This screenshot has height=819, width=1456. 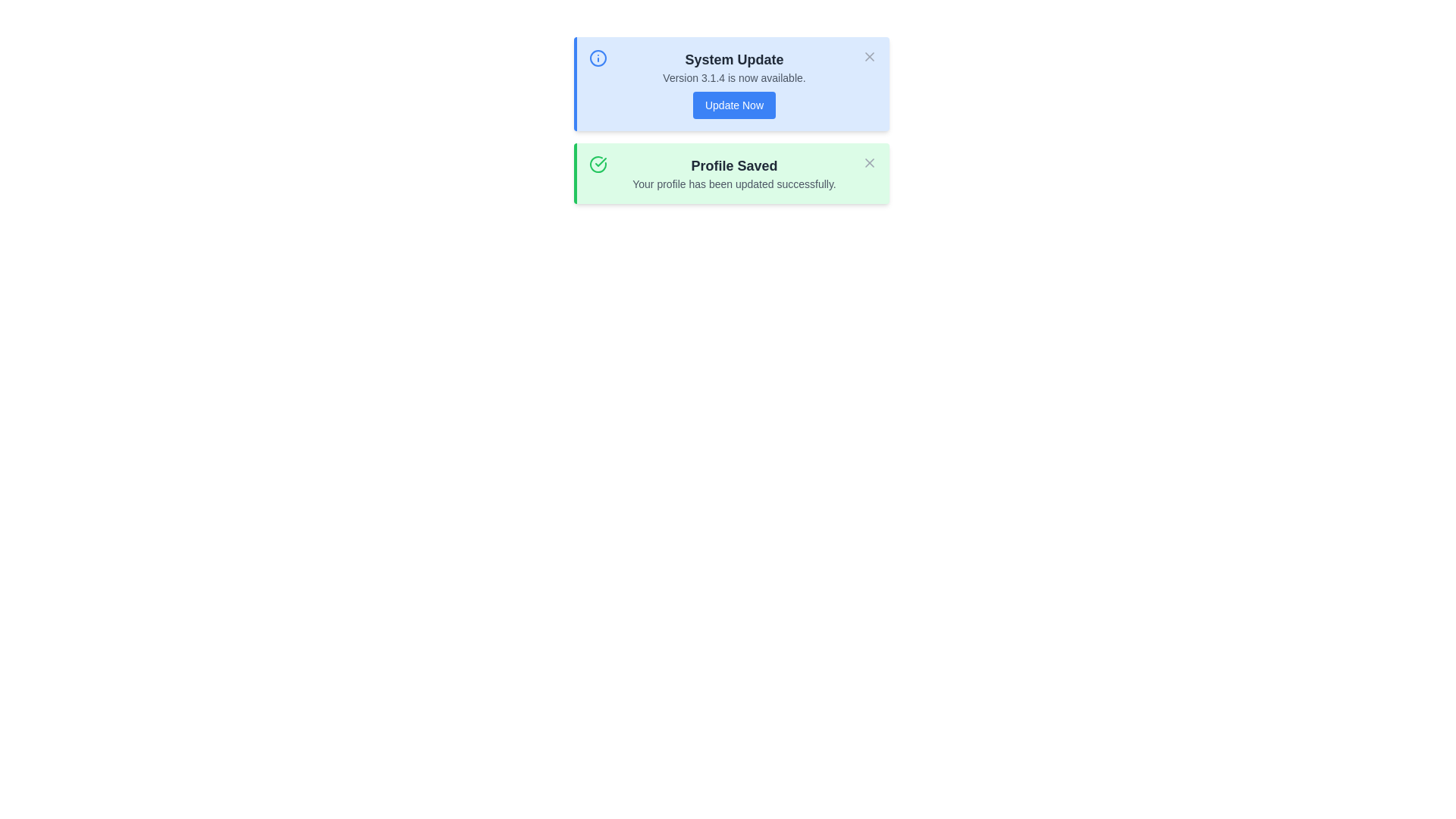 I want to click on the static text label that confirms the user's profile has been successfully updated, located under the heading 'Profile Saved.', so click(x=734, y=184).